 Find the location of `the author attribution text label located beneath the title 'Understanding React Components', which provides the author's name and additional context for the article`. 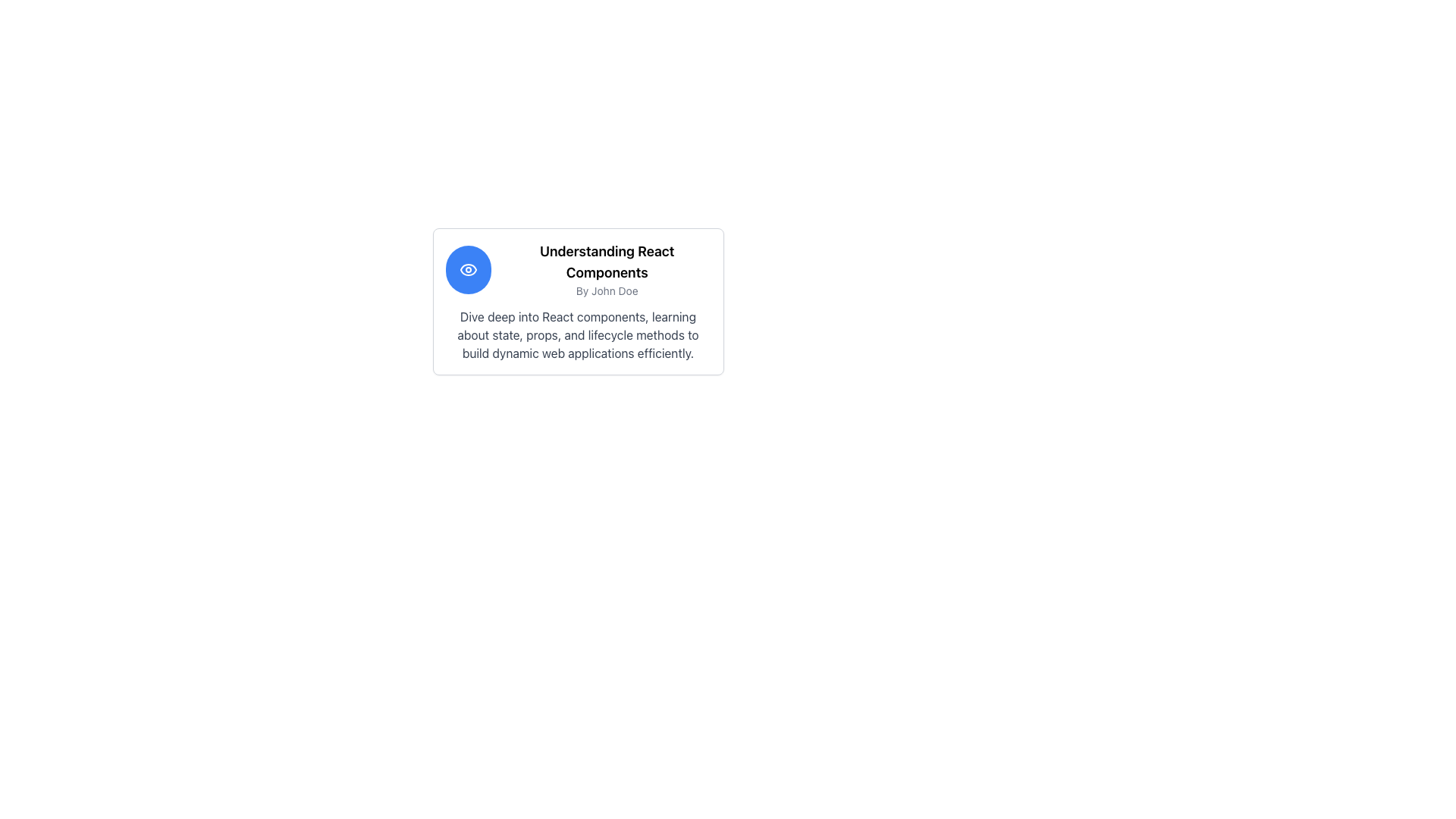

the author attribution text label located beneath the title 'Understanding React Components', which provides the author's name and additional context for the article is located at coordinates (607, 291).